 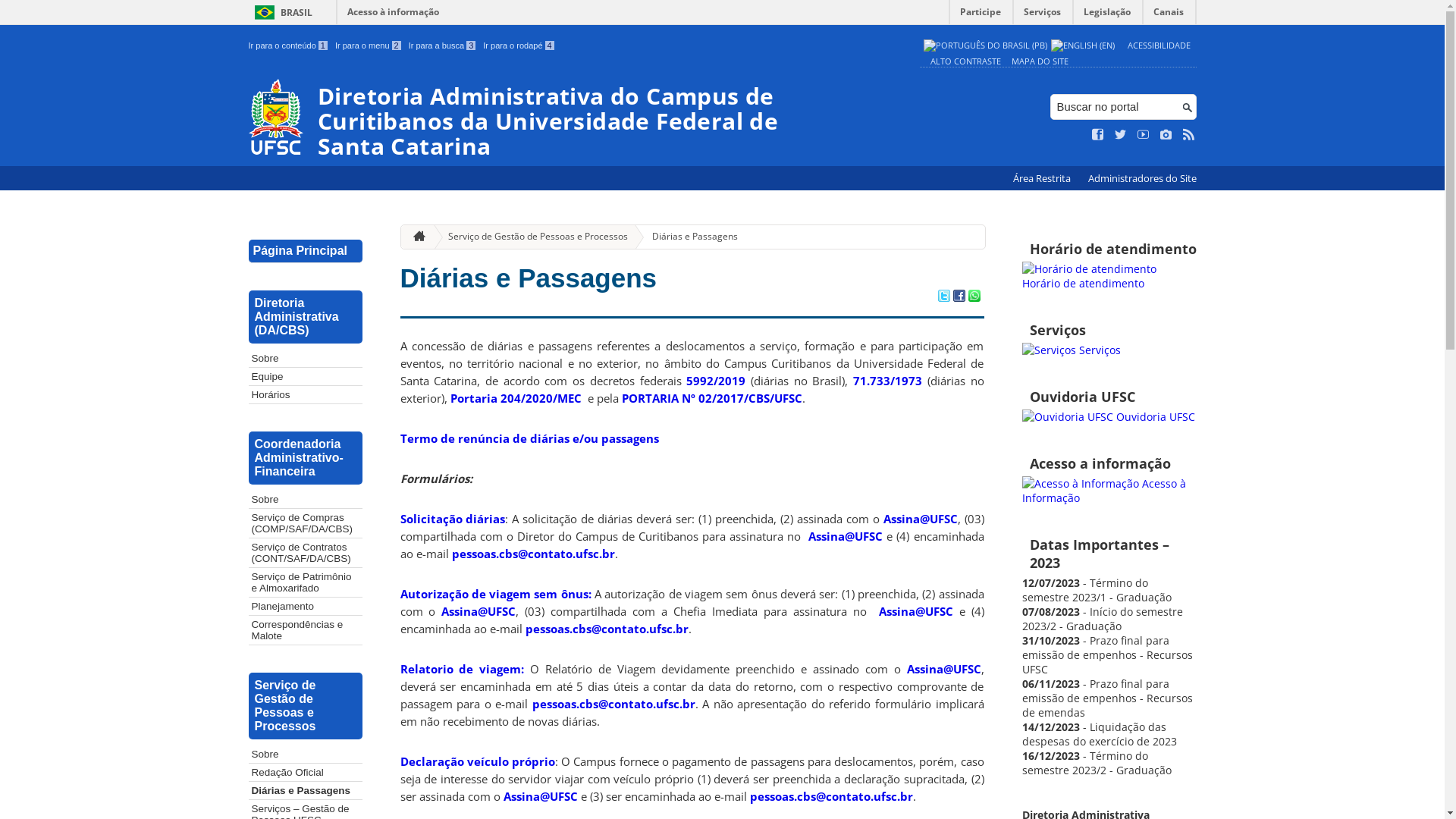 What do you see at coordinates (715, 379) in the screenshot?
I see `'5992/2019'` at bounding box center [715, 379].